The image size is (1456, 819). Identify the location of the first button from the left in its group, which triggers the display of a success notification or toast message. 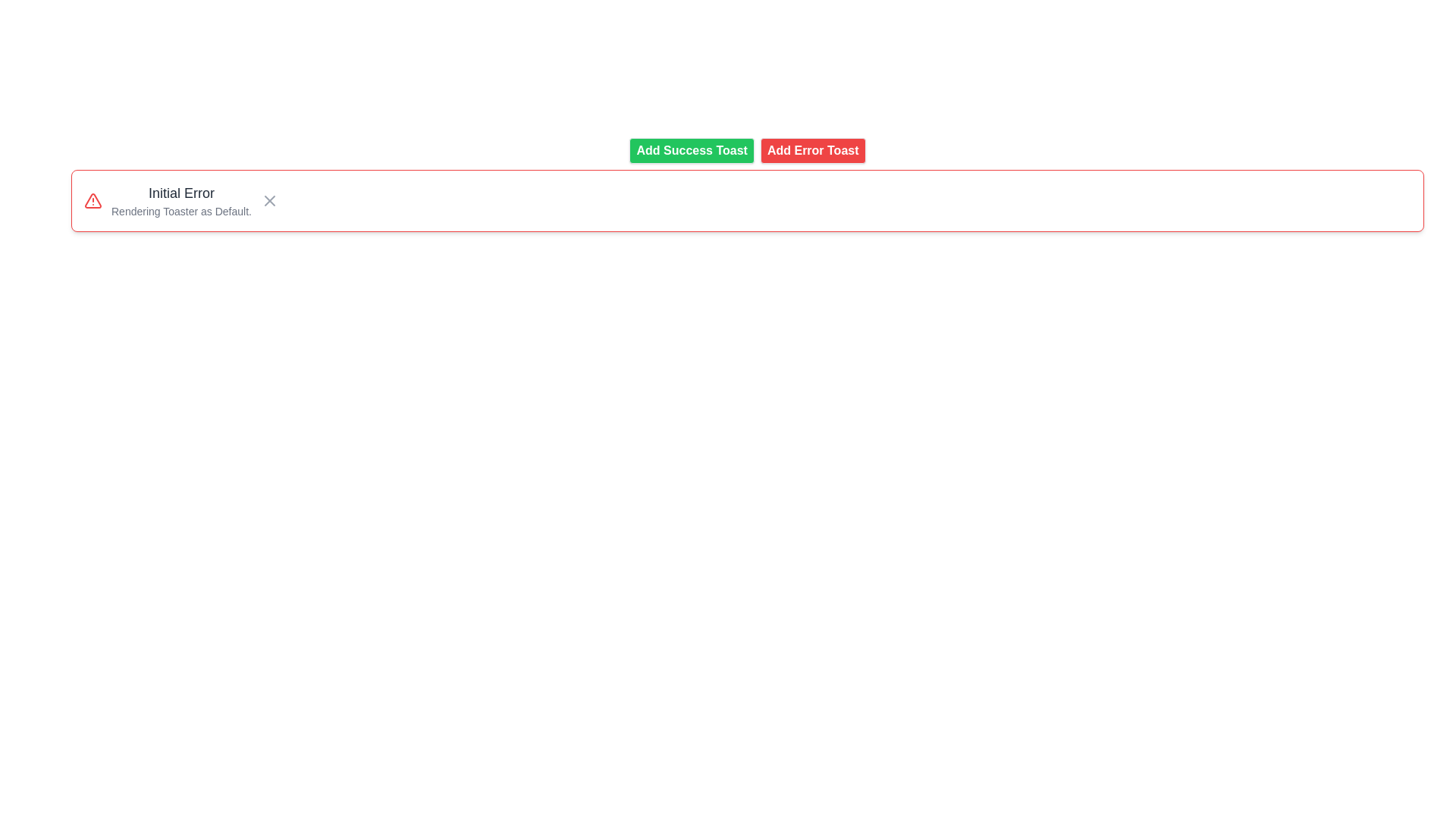
(691, 151).